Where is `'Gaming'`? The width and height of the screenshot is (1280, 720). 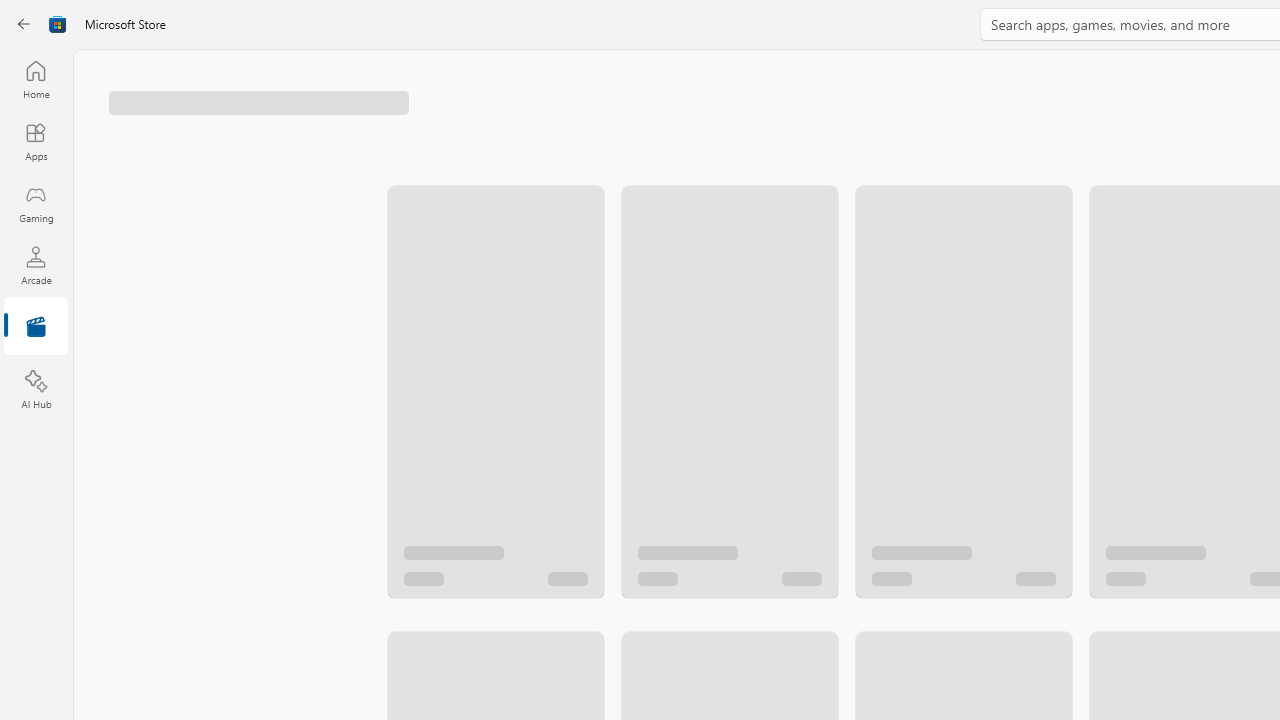 'Gaming' is located at coordinates (35, 203).